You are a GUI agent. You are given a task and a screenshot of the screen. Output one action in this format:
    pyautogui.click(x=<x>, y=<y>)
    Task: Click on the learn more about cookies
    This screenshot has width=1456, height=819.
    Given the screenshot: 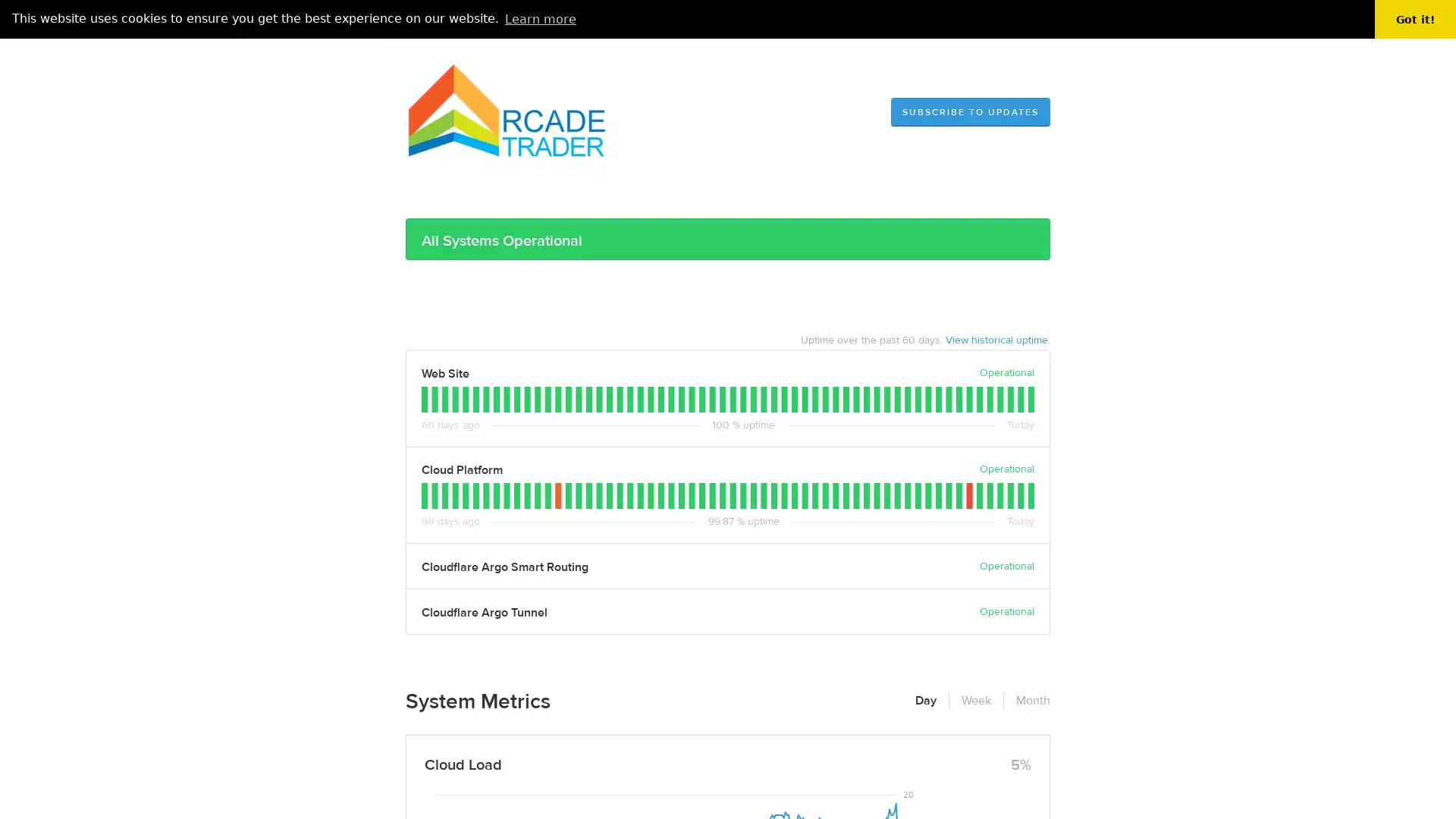 What is the action you would take?
    pyautogui.click(x=541, y=18)
    